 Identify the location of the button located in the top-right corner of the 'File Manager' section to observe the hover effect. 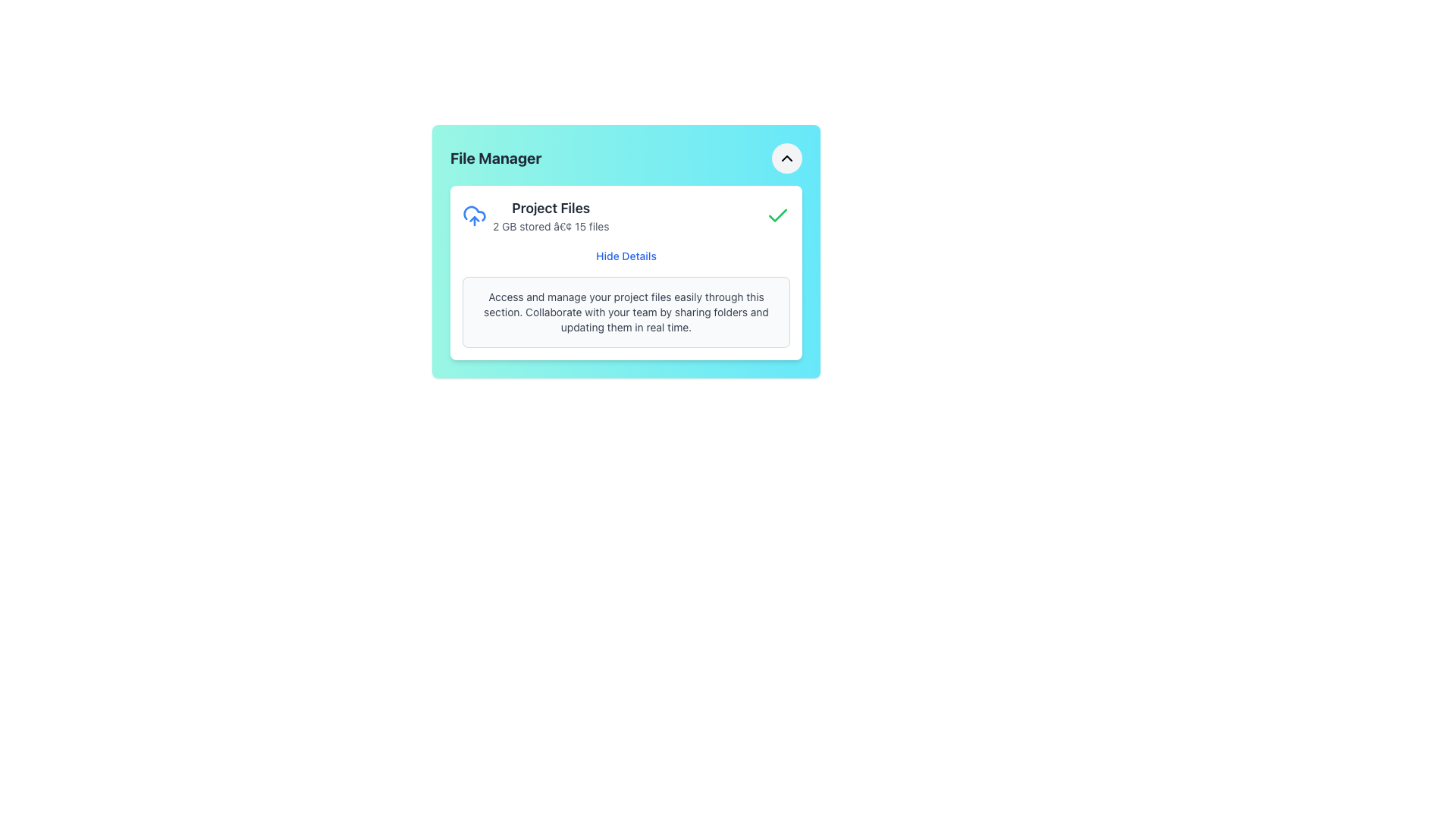
(786, 158).